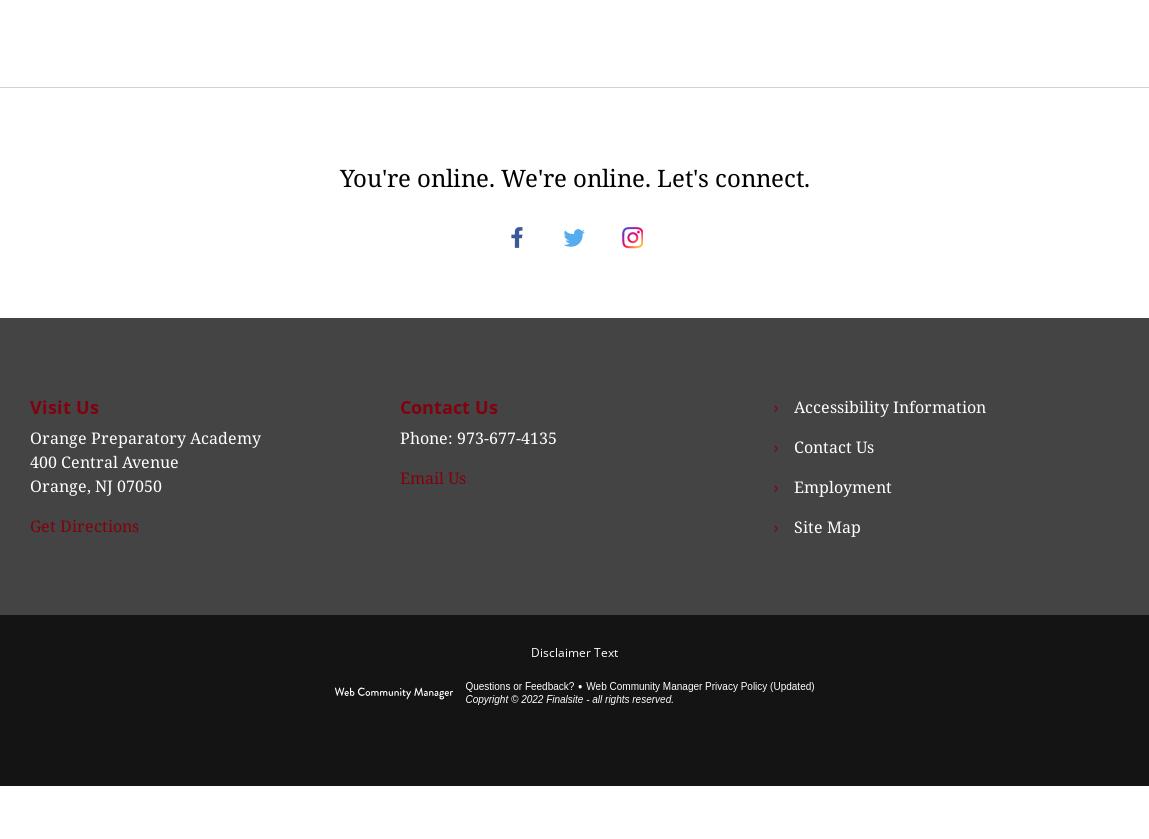  Describe the element at coordinates (567, 721) in the screenshot. I see `'Copyright © 2022 Finalsite - all rights reserved.'` at that location.